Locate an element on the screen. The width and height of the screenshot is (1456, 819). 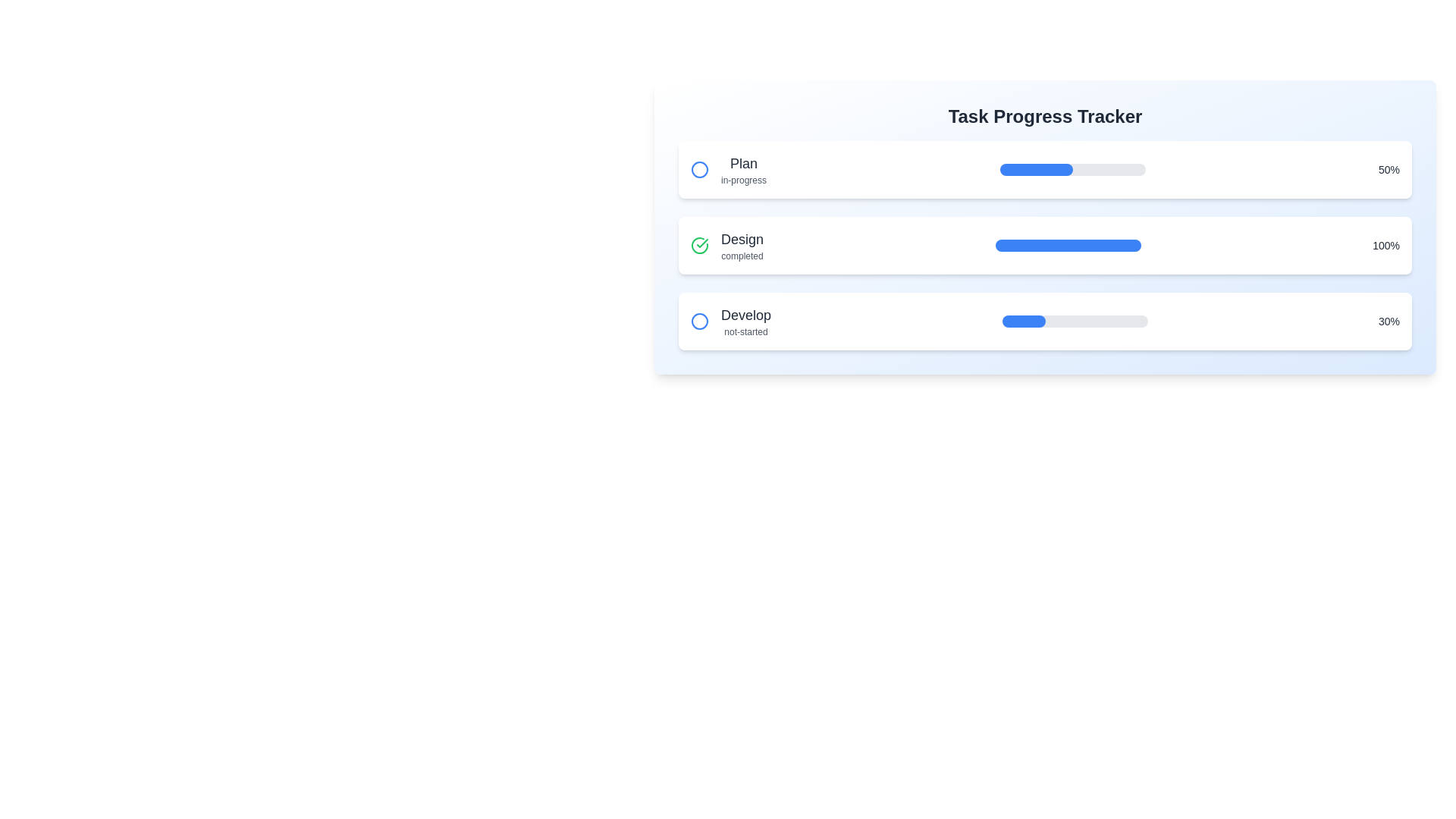
the 'Develop' text label in the task progress tracker, located in the third row, near a circular icon and above the 'not-started' text is located at coordinates (745, 315).